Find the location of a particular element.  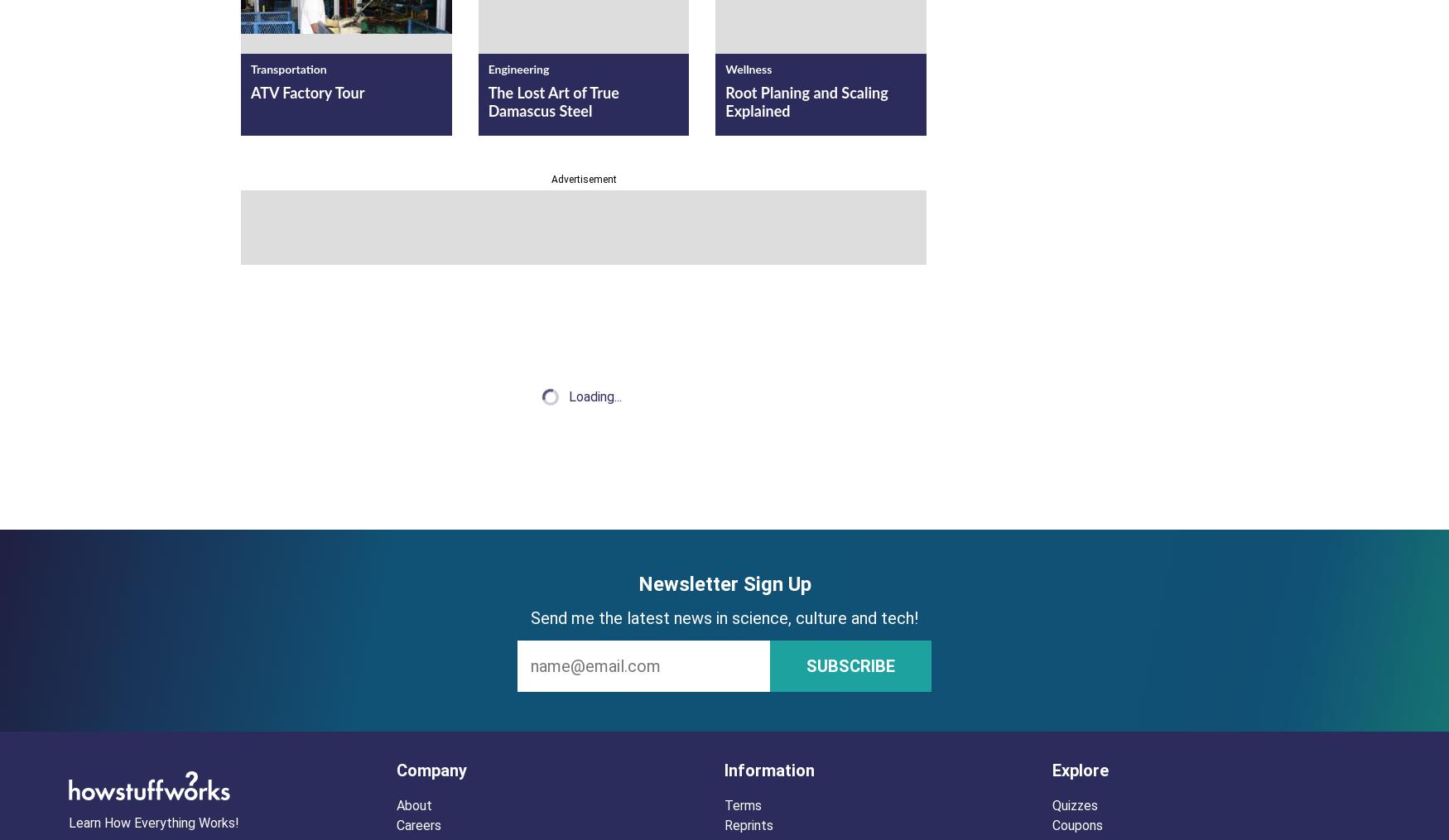

'Quizzes' is located at coordinates (1074, 804).